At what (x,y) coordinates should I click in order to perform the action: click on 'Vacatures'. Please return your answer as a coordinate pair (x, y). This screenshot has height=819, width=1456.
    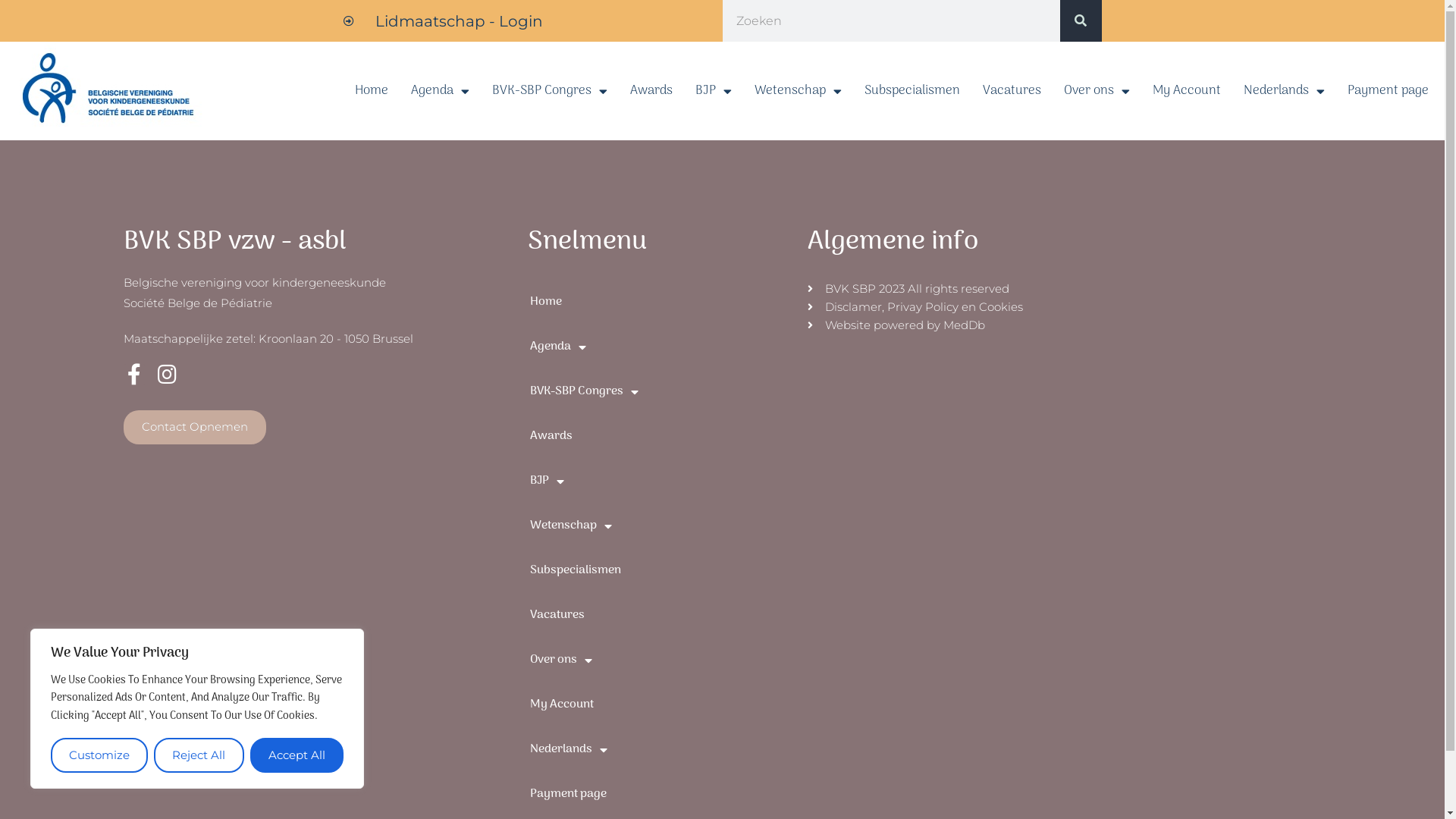
    Looking at the image, I should click on (1012, 90).